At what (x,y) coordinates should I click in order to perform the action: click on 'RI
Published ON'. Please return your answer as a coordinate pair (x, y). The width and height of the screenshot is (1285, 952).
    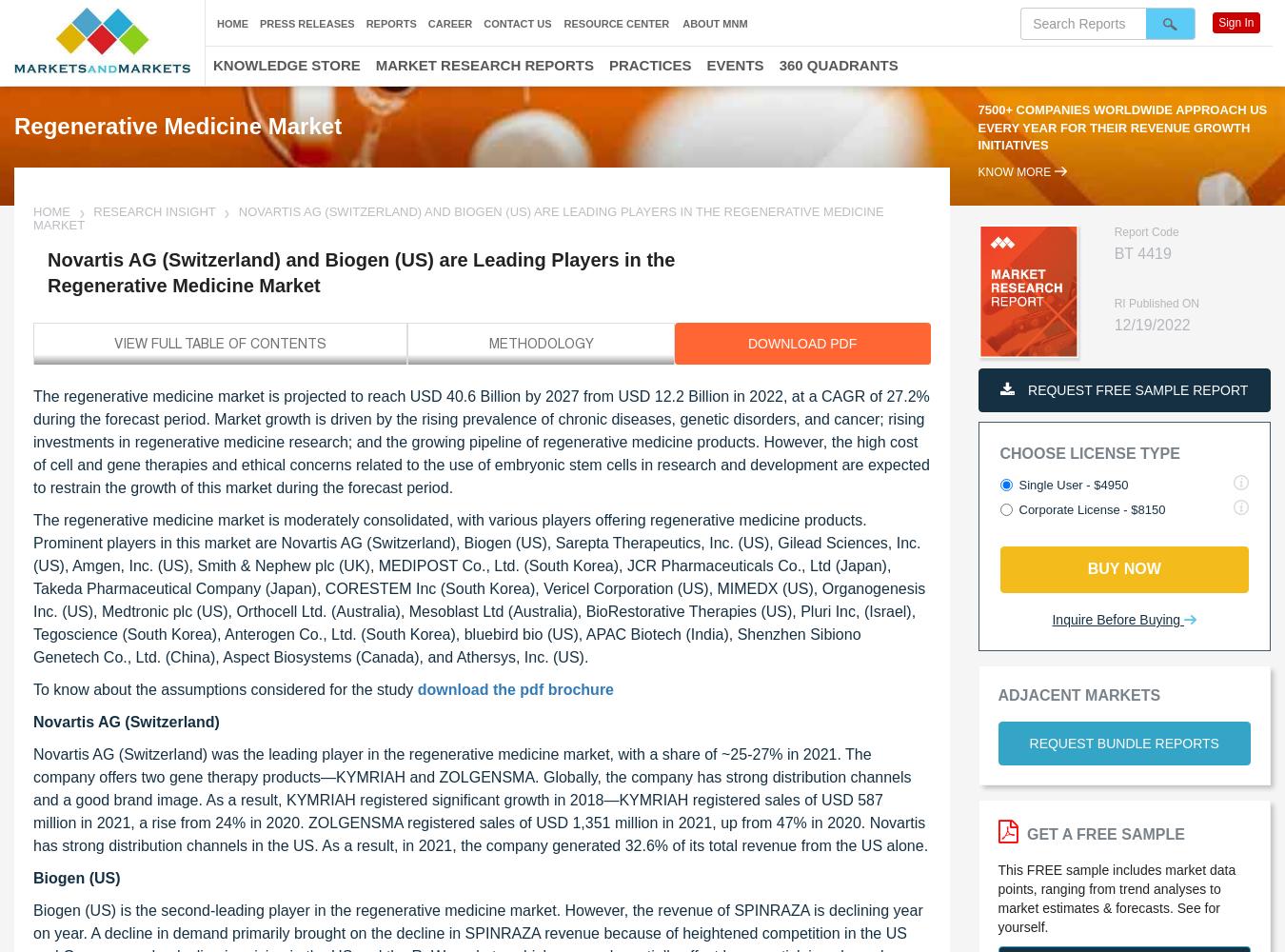
    Looking at the image, I should click on (1156, 303).